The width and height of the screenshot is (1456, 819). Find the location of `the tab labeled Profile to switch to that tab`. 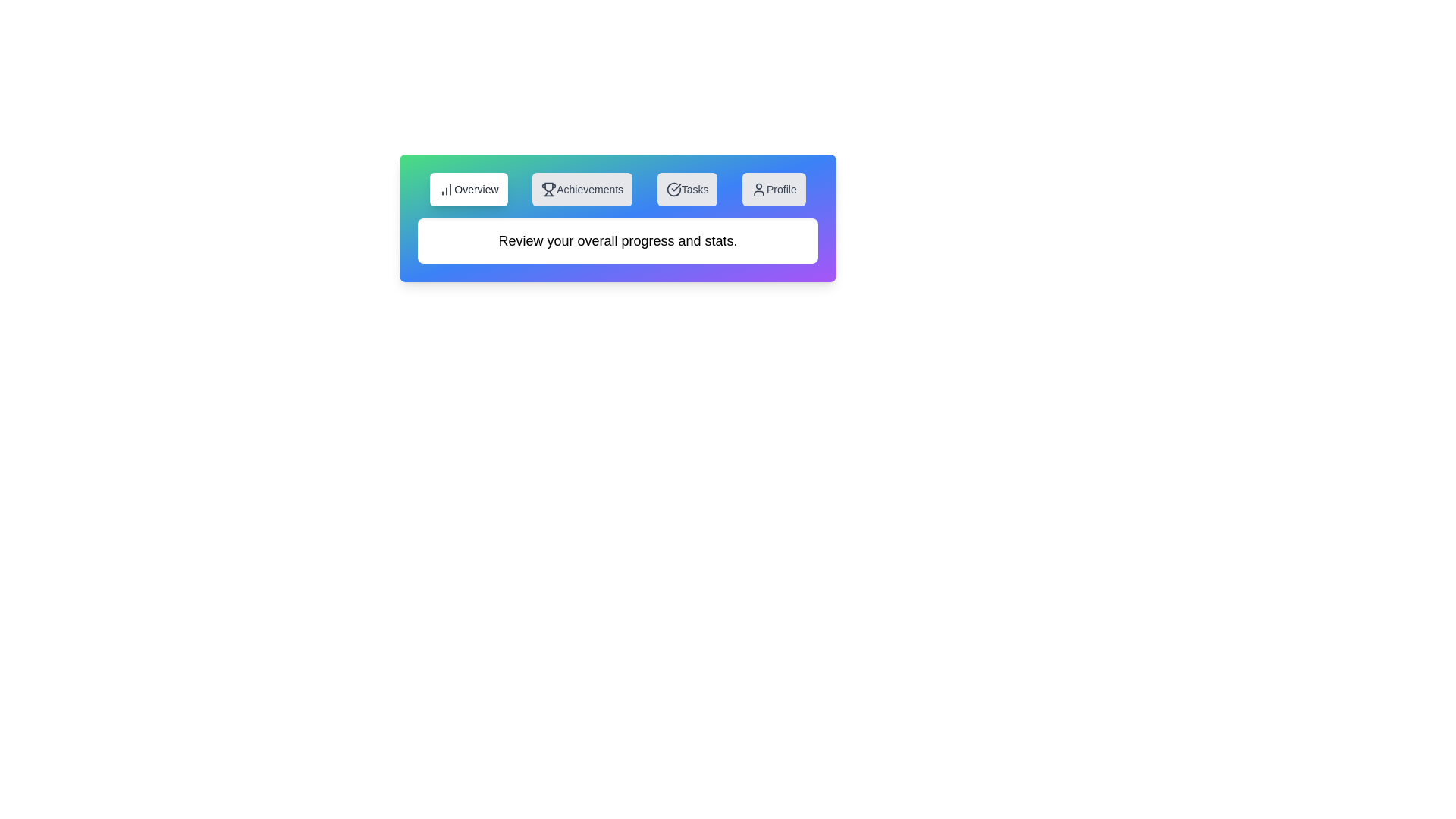

the tab labeled Profile to switch to that tab is located at coordinates (773, 189).